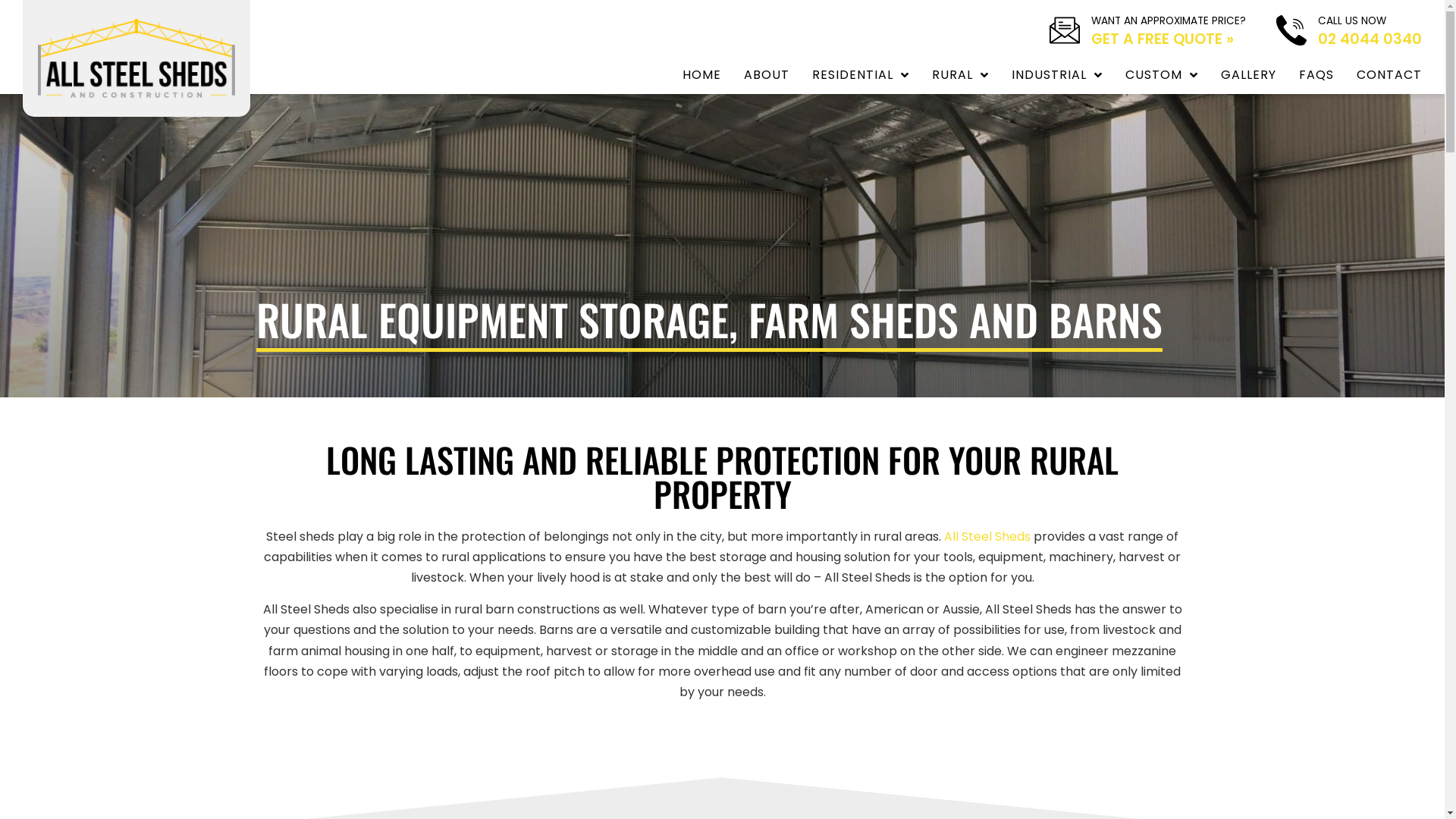  I want to click on 'CALL US NOW', so click(1351, 20).